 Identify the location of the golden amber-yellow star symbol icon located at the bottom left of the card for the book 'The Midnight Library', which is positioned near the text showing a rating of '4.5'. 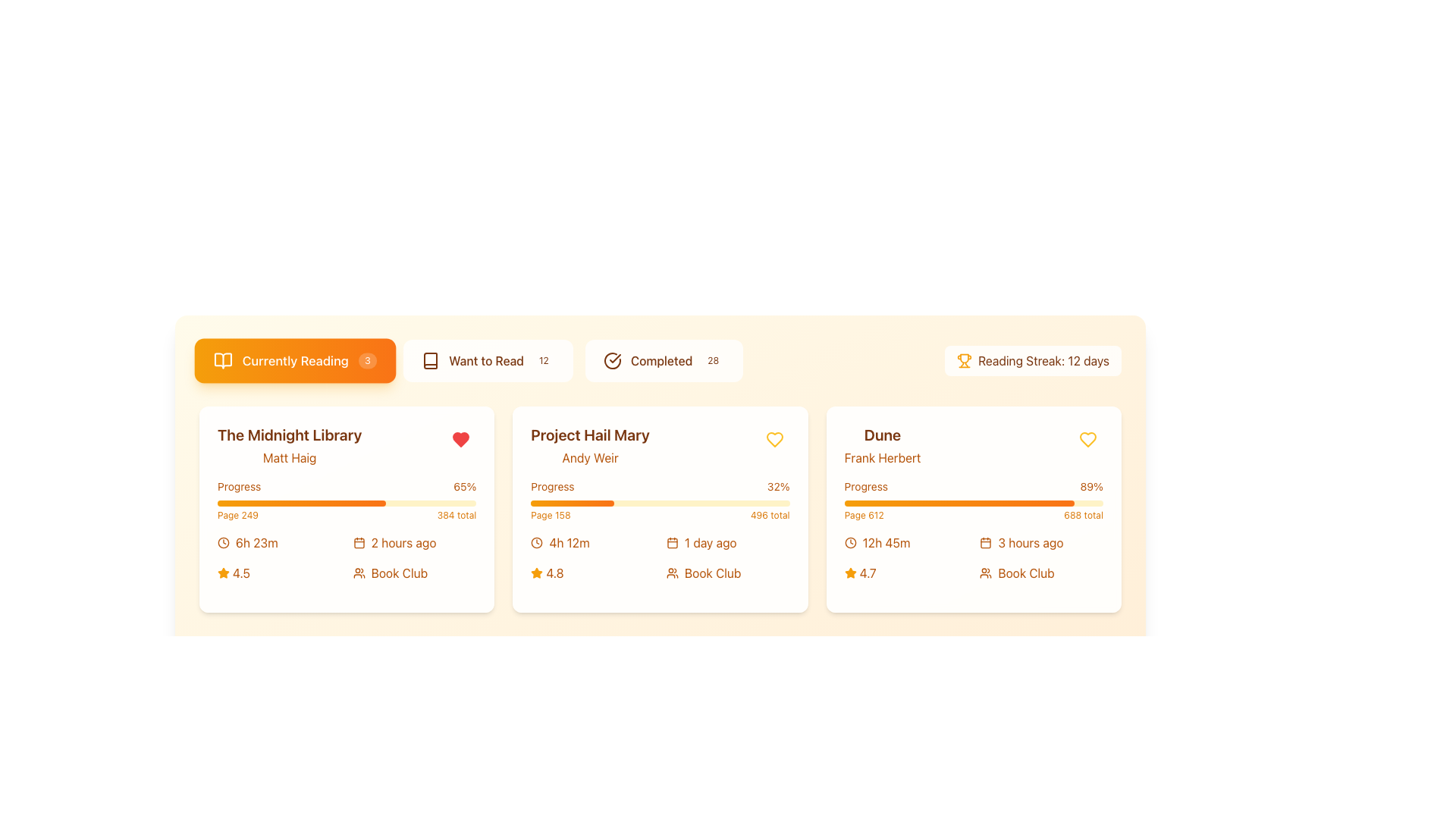
(222, 573).